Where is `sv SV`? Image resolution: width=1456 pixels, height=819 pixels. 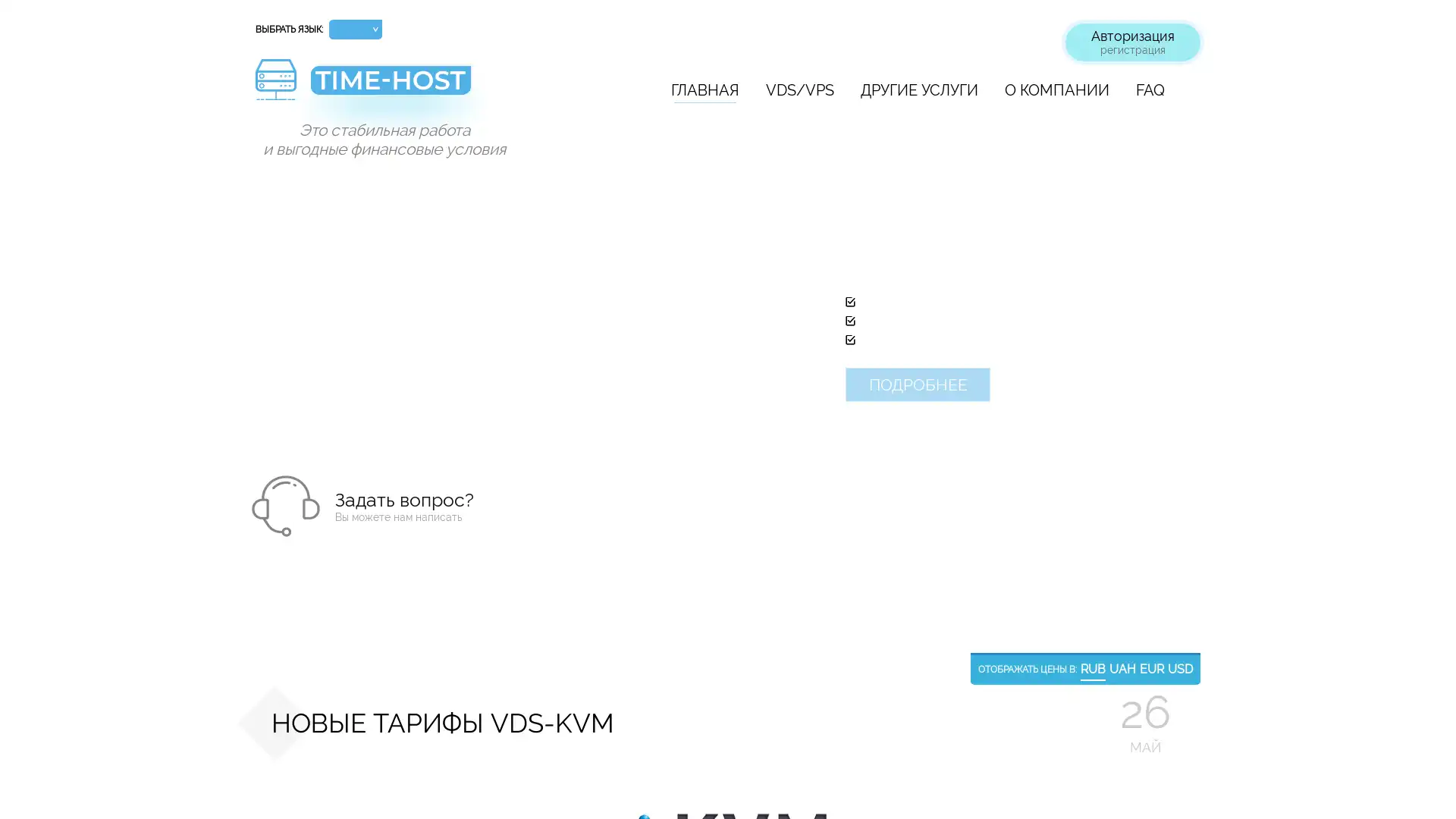
sv SV is located at coordinates (355, 245).